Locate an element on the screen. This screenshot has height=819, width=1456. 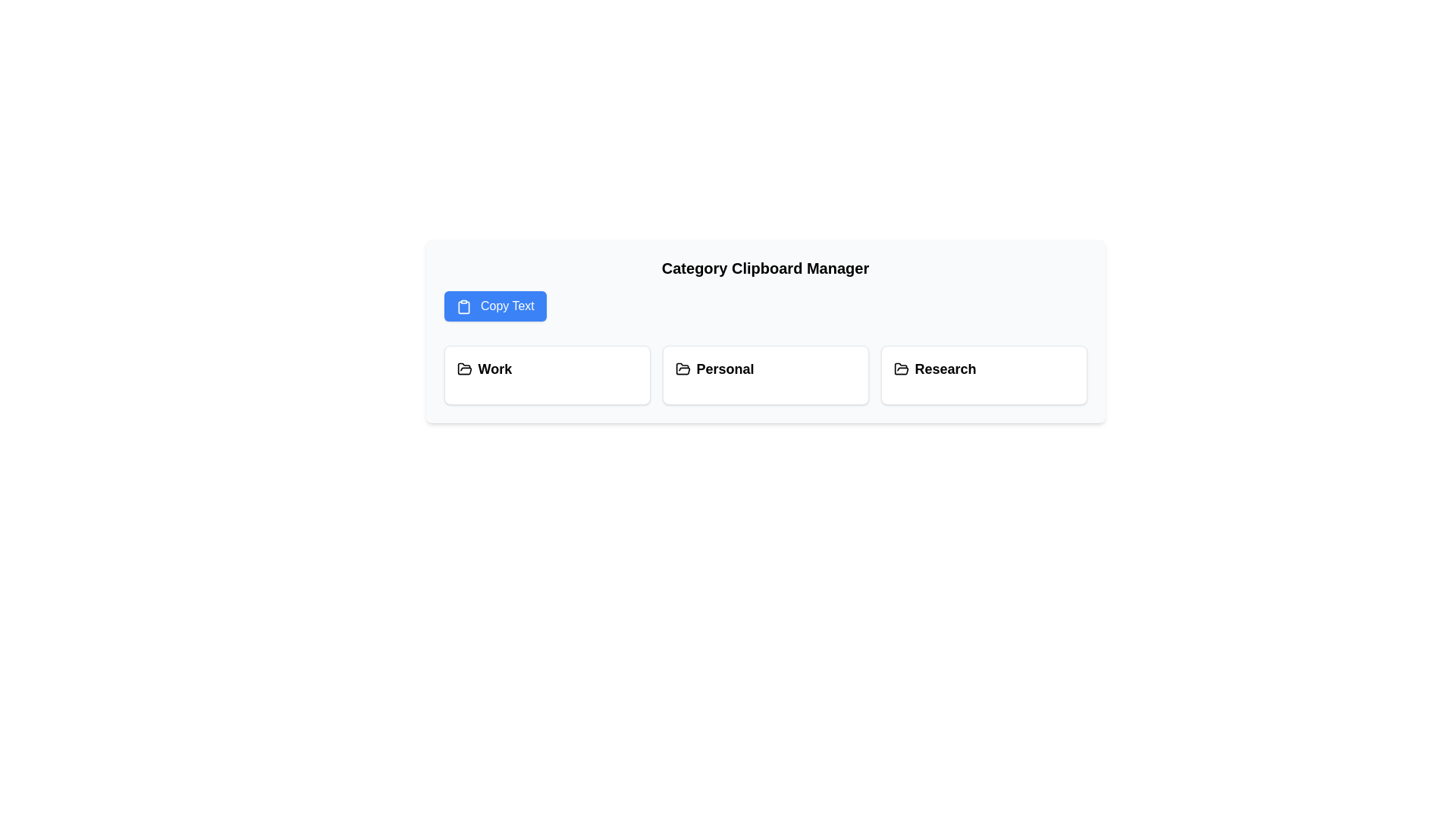
the 'Work' category card, which is the first card in a horizontal sequence of three cards in a grid layout is located at coordinates (546, 375).